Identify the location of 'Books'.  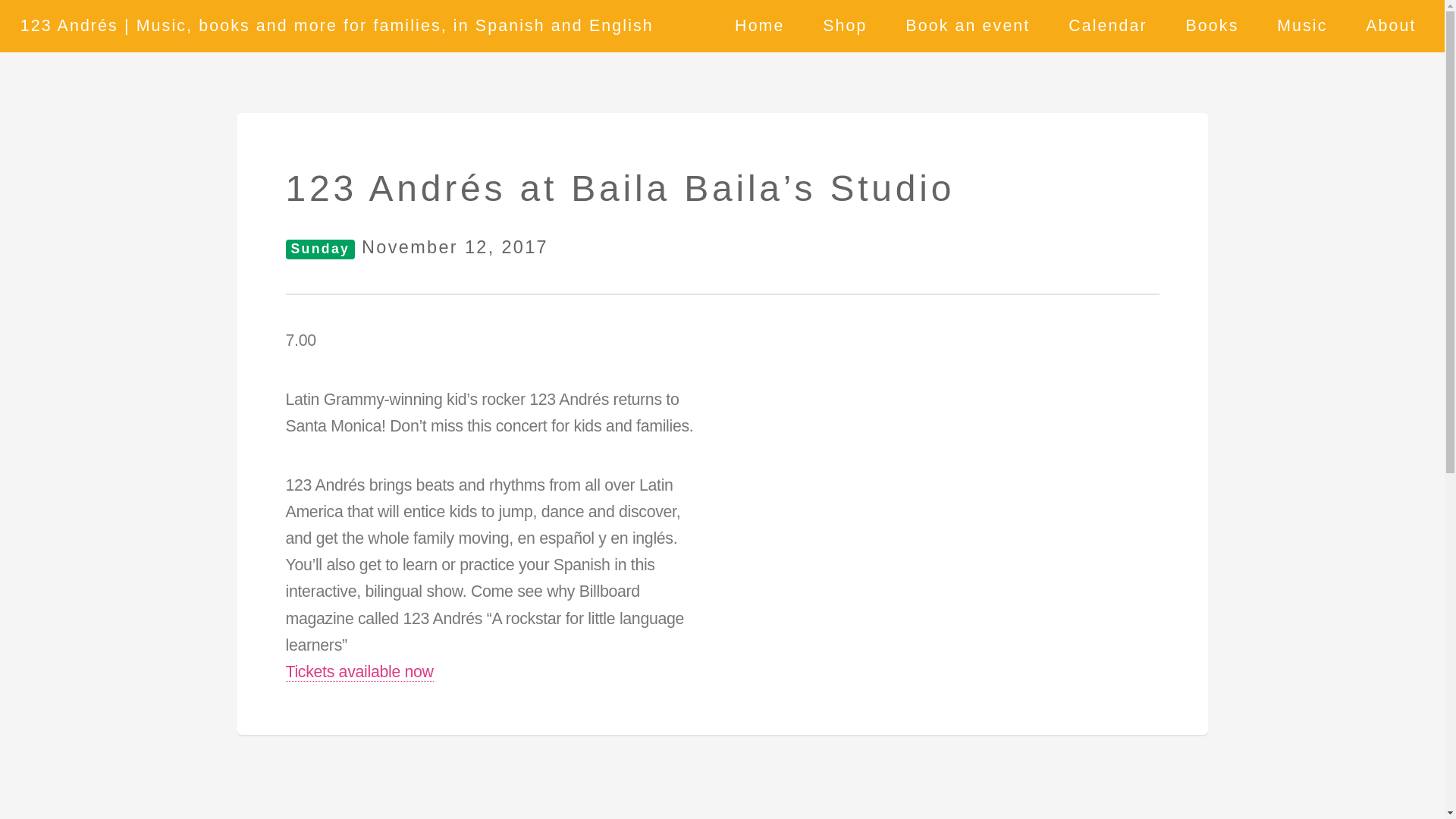
(1211, 27).